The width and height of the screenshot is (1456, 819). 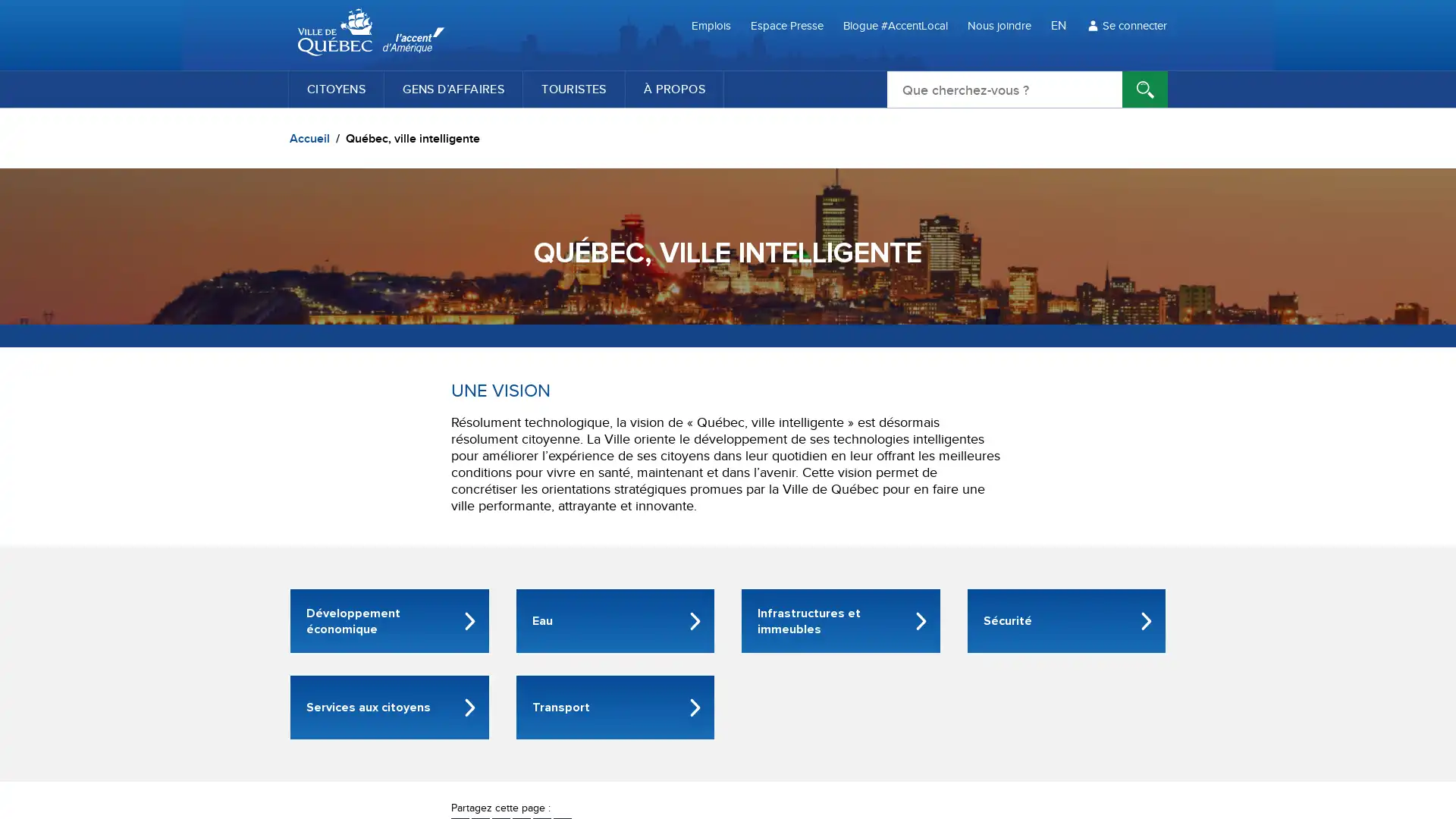 I want to click on Rechercher, so click(x=1145, y=89).